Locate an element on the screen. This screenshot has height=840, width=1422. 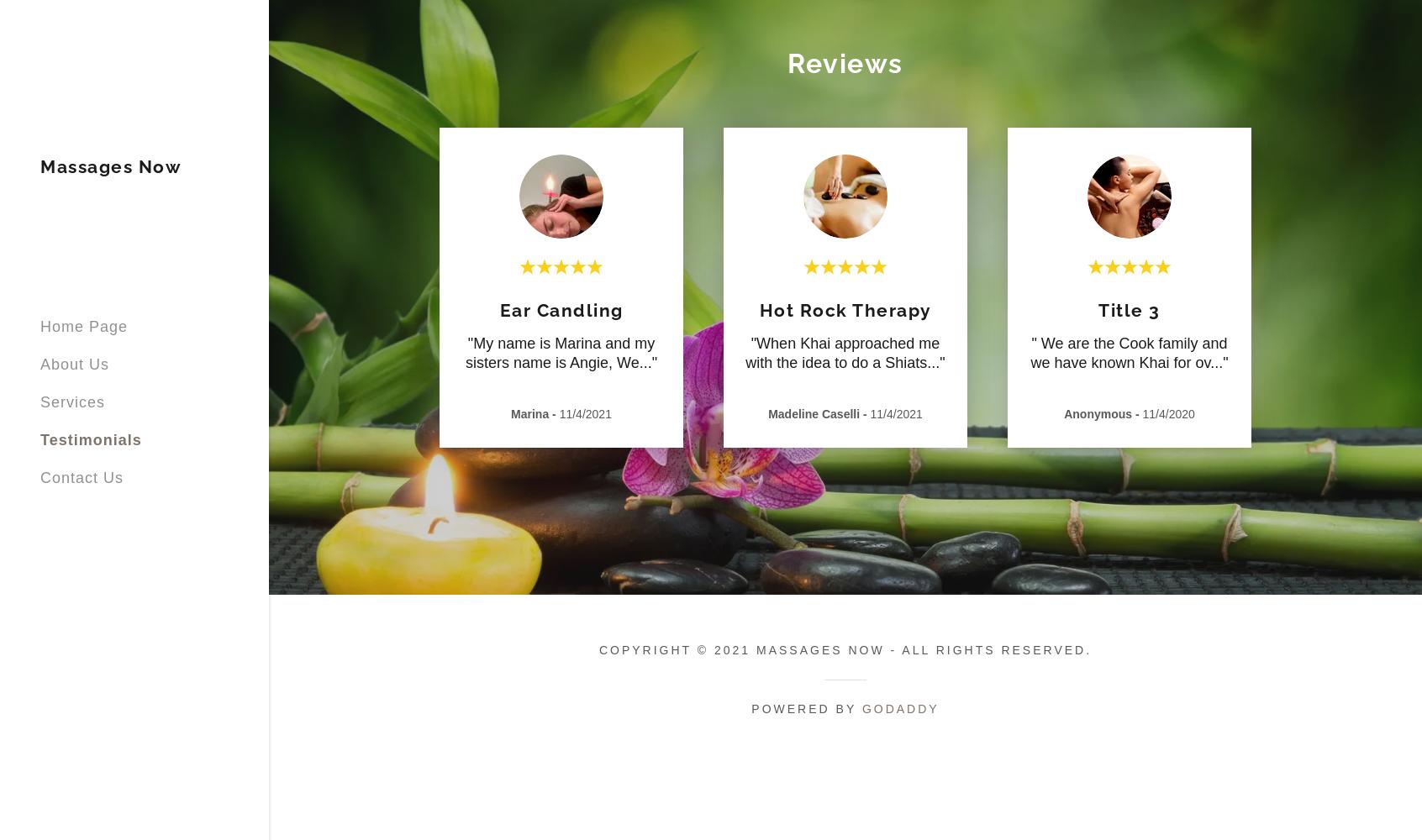
'we have known Khai for ov' is located at coordinates (1119, 363).